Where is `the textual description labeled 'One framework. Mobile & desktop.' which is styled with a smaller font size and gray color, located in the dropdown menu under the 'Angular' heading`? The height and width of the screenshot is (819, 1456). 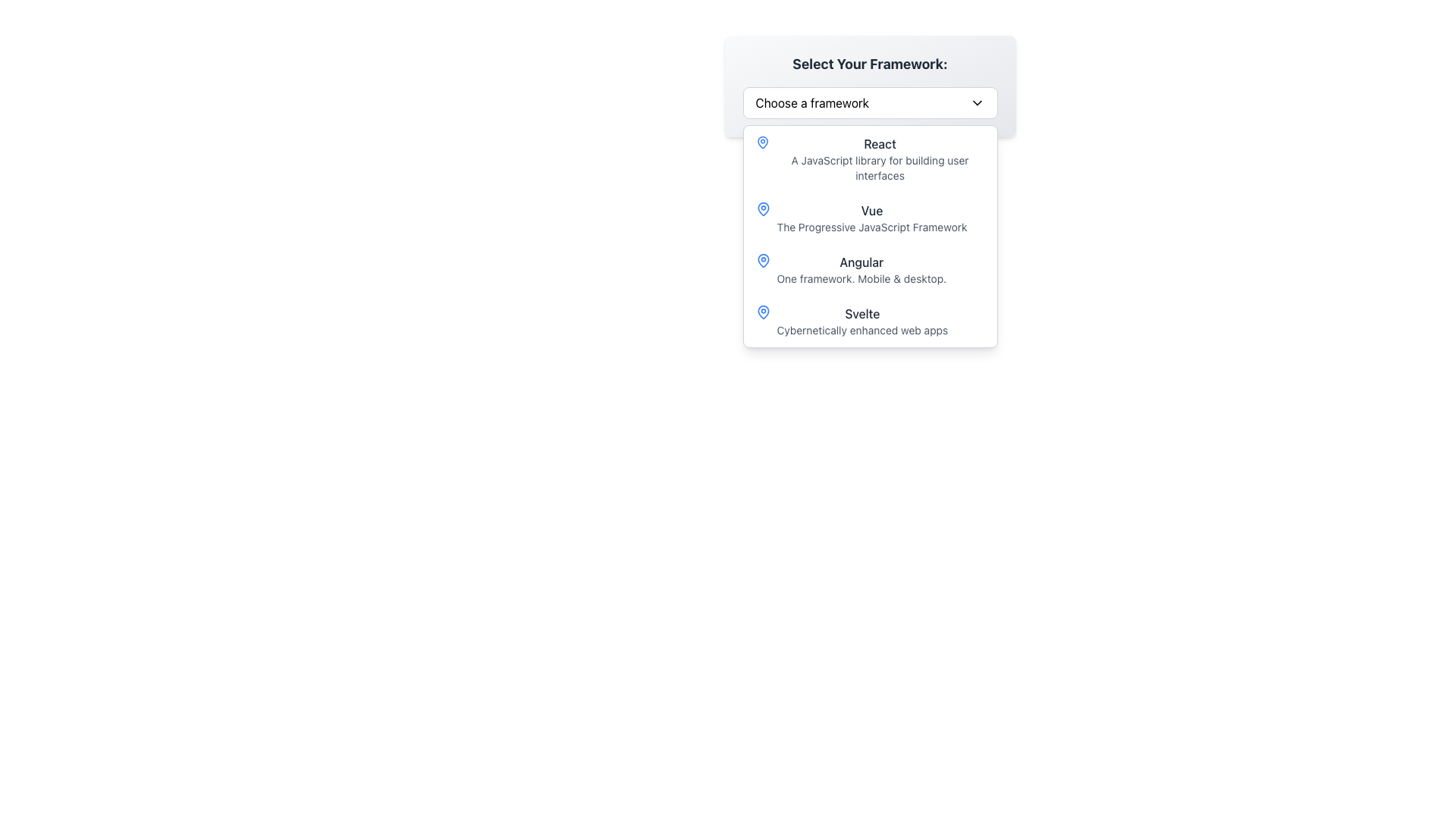
the textual description labeled 'One framework. Mobile & desktop.' which is styled with a smaller font size and gray color, located in the dropdown menu under the 'Angular' heading is located at coordinates (861, 278).